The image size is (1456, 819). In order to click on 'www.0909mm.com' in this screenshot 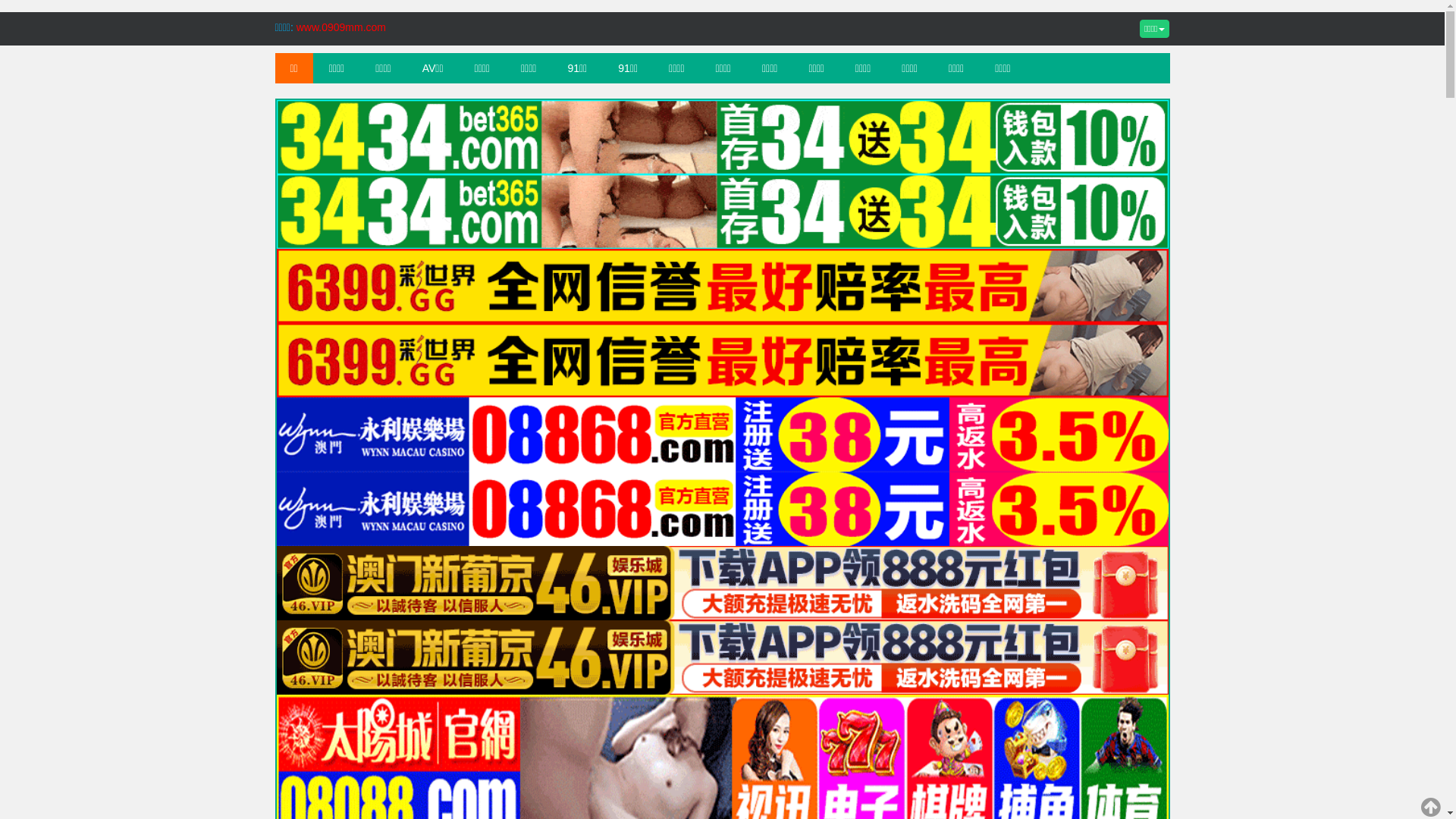, I will do `click(340, 27)`.